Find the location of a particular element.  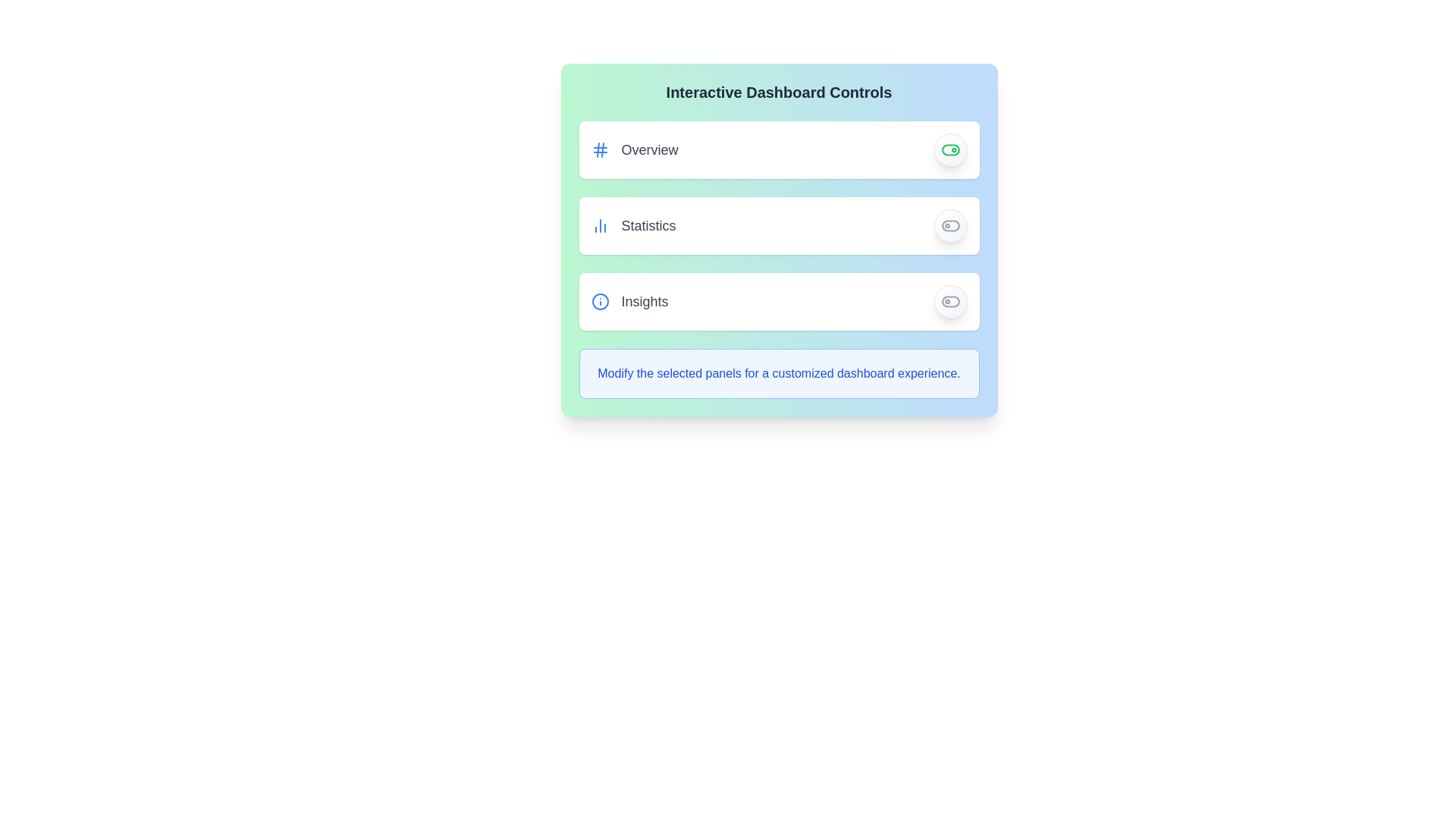

the toggle switch handle on the left side of the oval-shaped toggle switch for the 'Insights' section is located at coordinates (949, 301).